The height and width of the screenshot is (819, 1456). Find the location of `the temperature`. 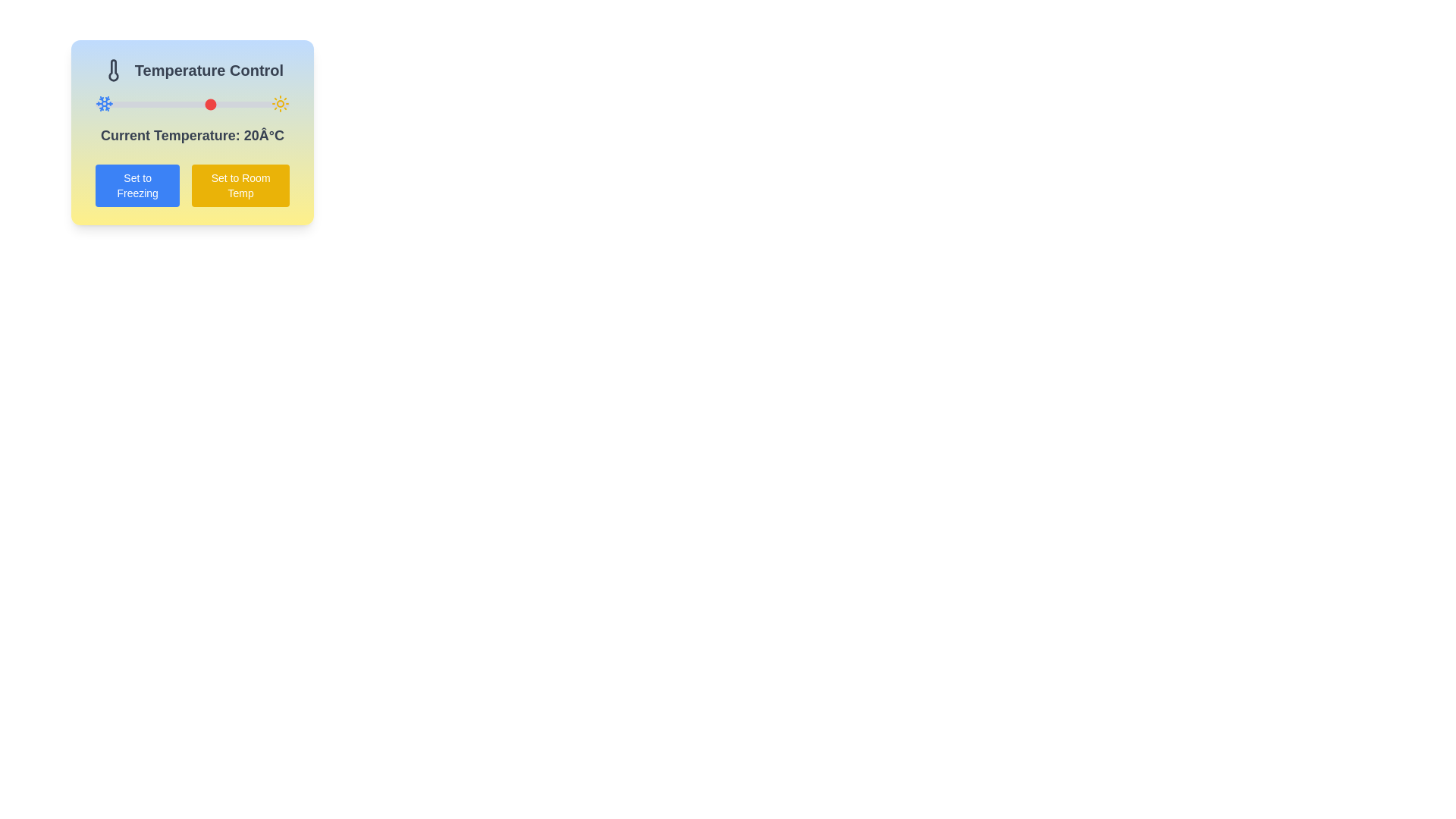

the temperature is located at coordinates (130, 104).